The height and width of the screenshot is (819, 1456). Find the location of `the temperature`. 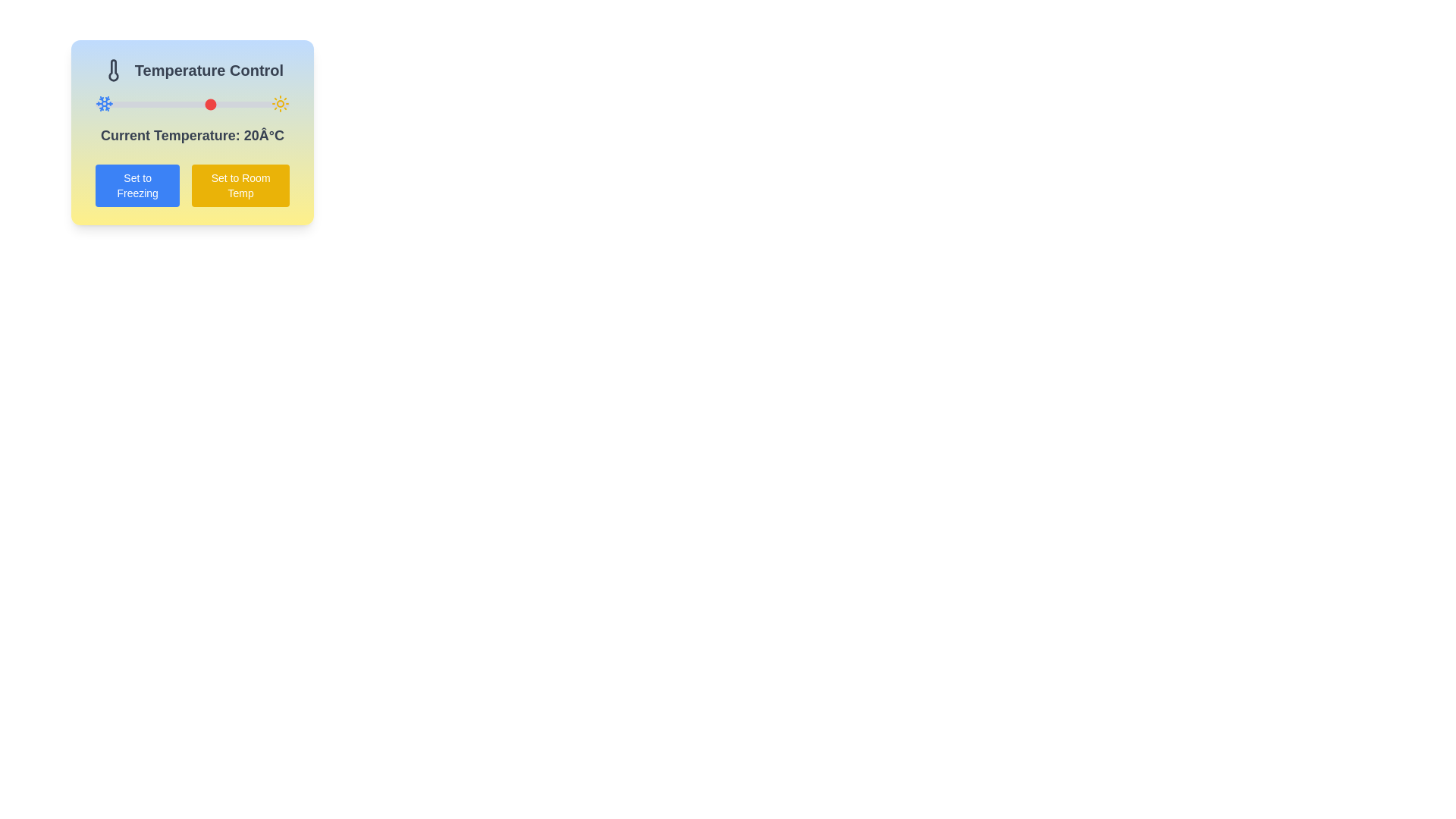

the temperature is located at coordinates (130, 104).